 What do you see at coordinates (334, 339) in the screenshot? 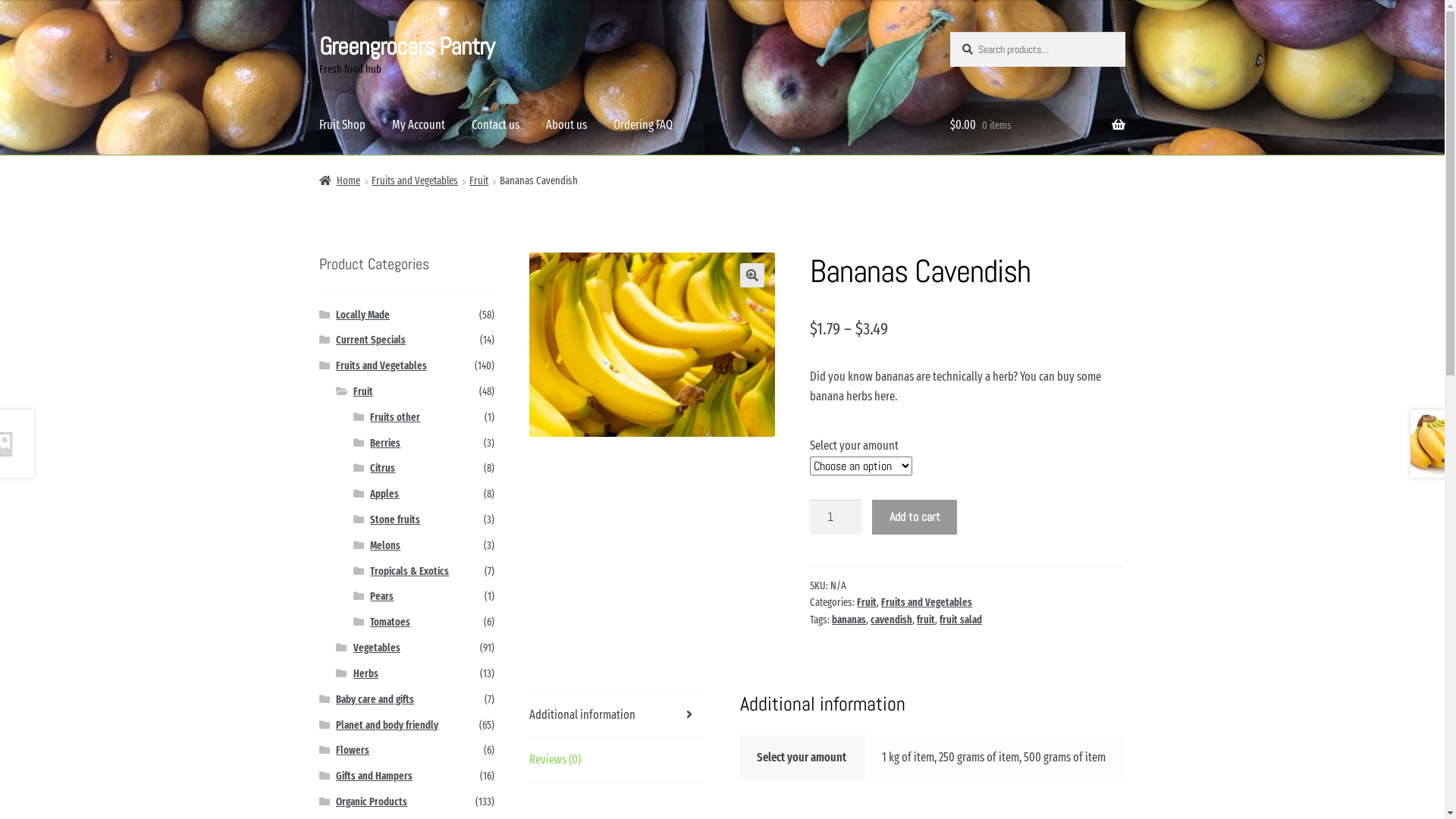
I see `'Current Specials'` at bounding box center [334, 339].